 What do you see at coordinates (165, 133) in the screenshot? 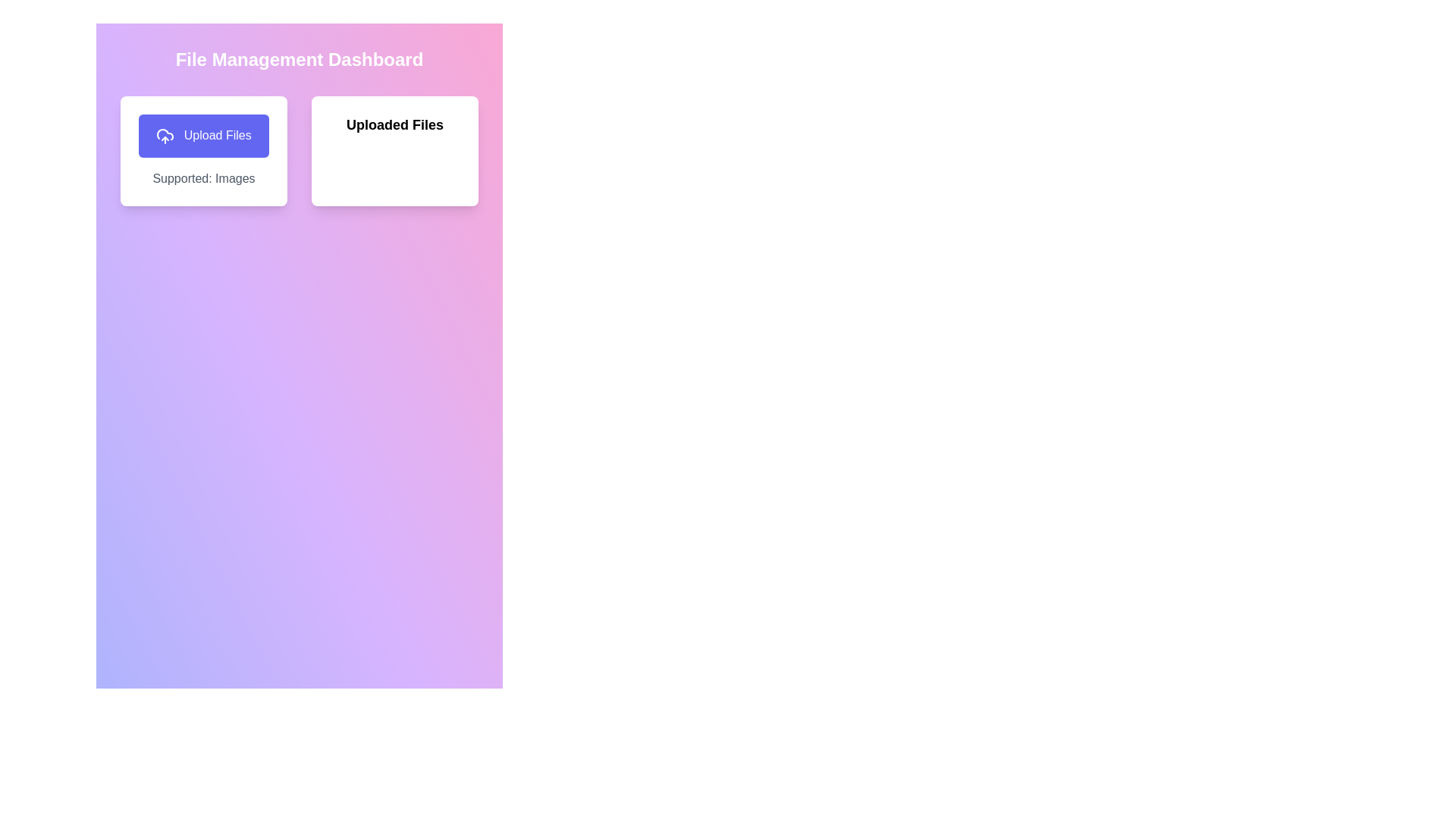
I see `the decorative icon fragment that is part of the 'Upload Files' button, located on the left side of the interface, symbolizing the upload feature` at bounding box center [165, 133].